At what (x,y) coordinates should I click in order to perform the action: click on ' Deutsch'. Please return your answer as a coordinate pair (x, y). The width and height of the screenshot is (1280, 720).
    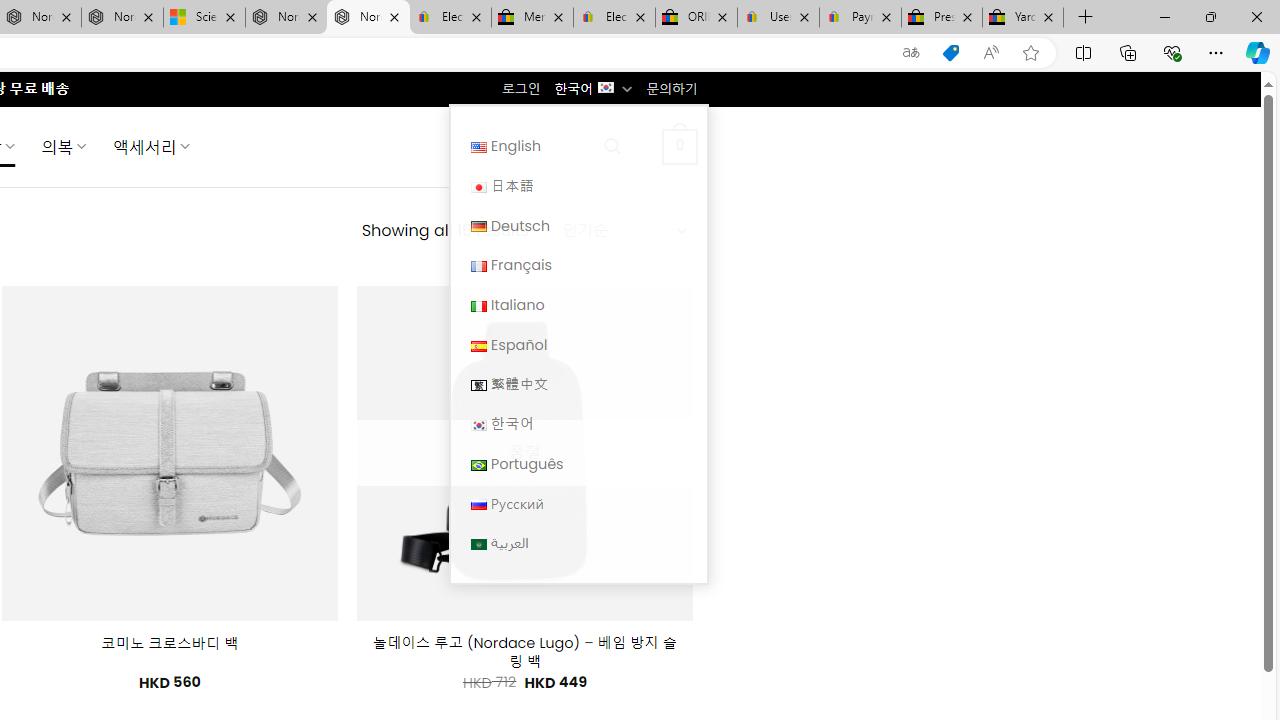
    Looking at the image, I should click on (577, 225).